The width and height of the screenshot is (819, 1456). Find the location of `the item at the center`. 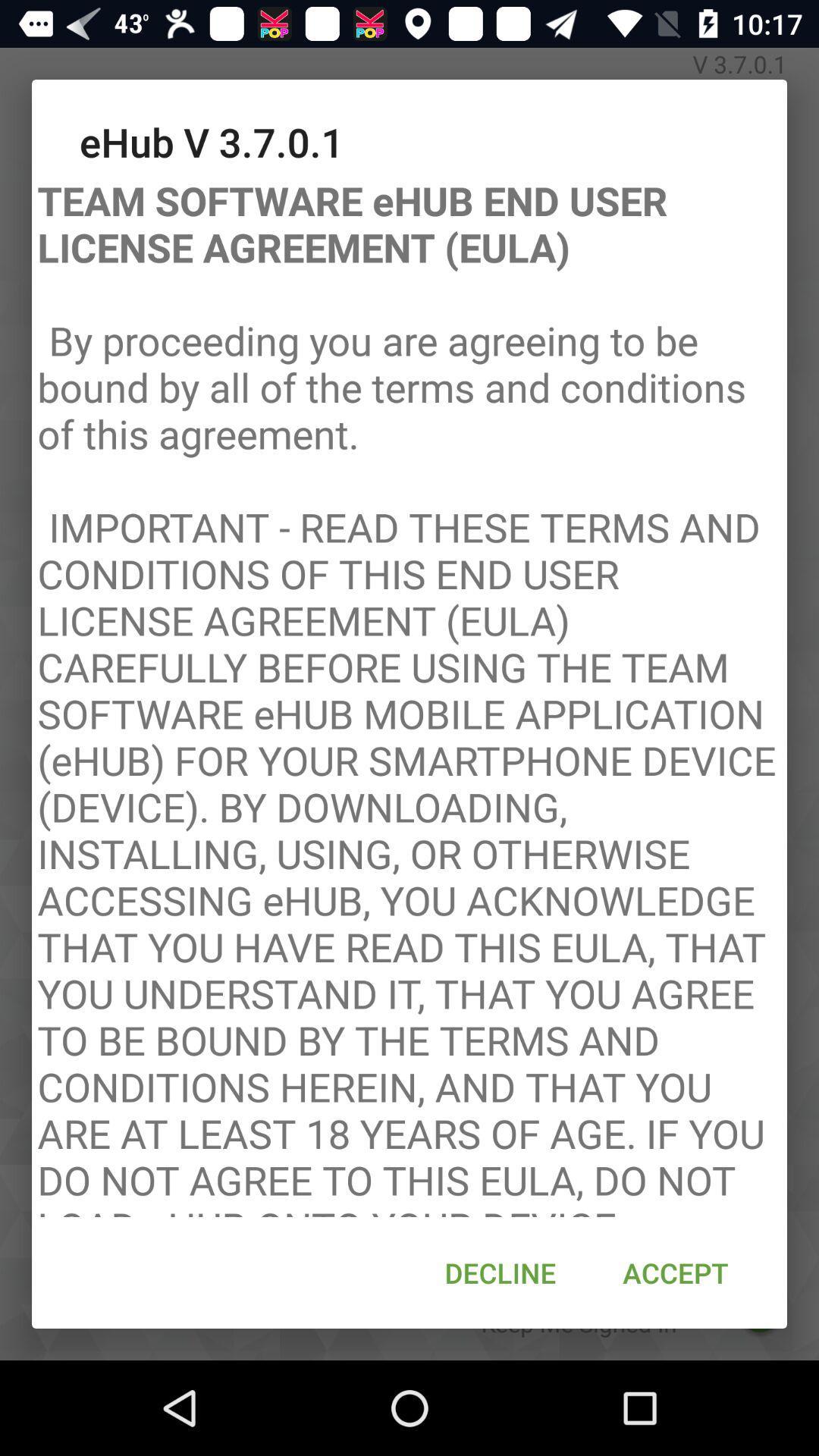

the item at the center is located at coordinates (409, 692).